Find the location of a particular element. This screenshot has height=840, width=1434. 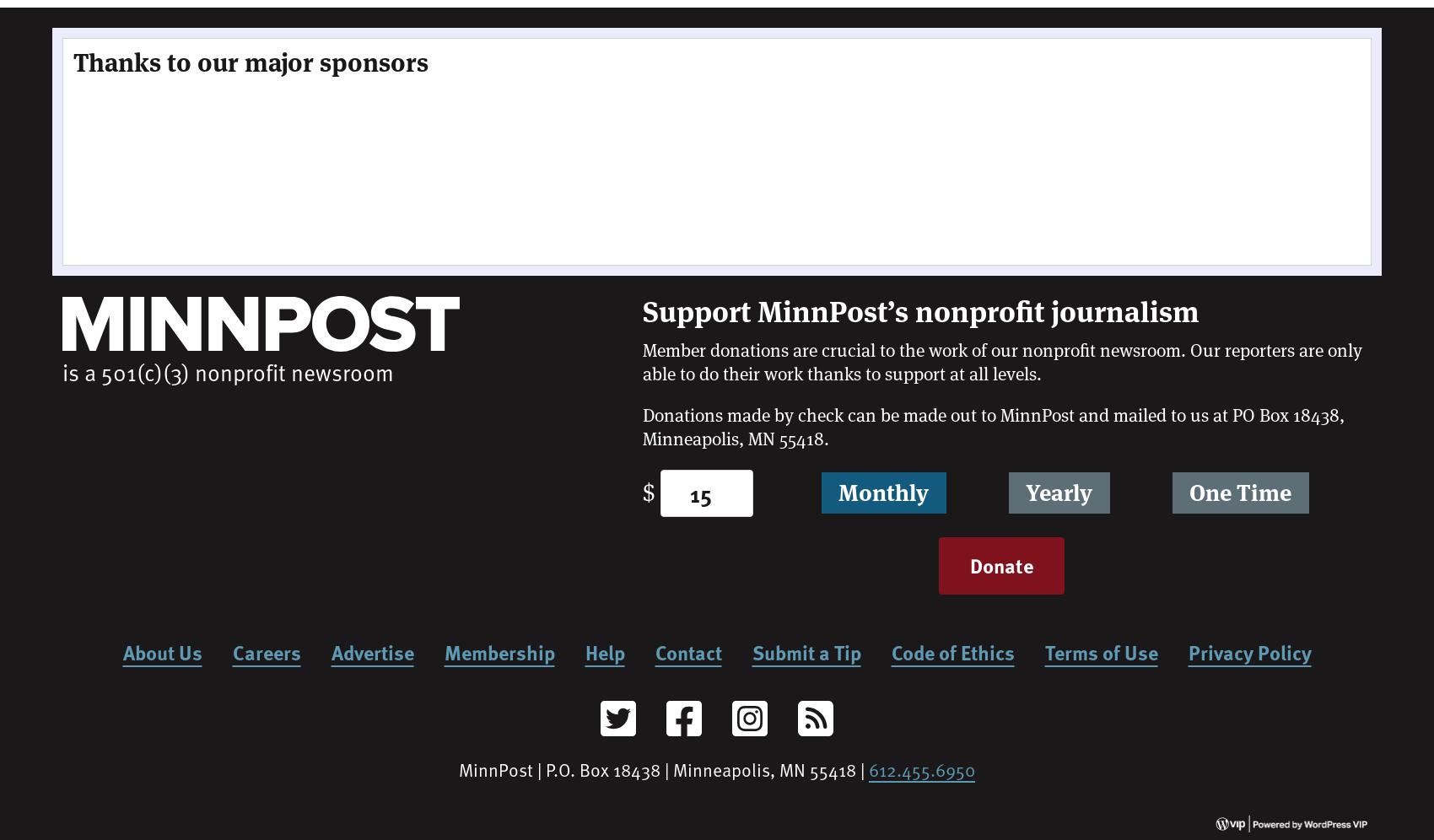

'Contact' is located at coordinates (654, 651).